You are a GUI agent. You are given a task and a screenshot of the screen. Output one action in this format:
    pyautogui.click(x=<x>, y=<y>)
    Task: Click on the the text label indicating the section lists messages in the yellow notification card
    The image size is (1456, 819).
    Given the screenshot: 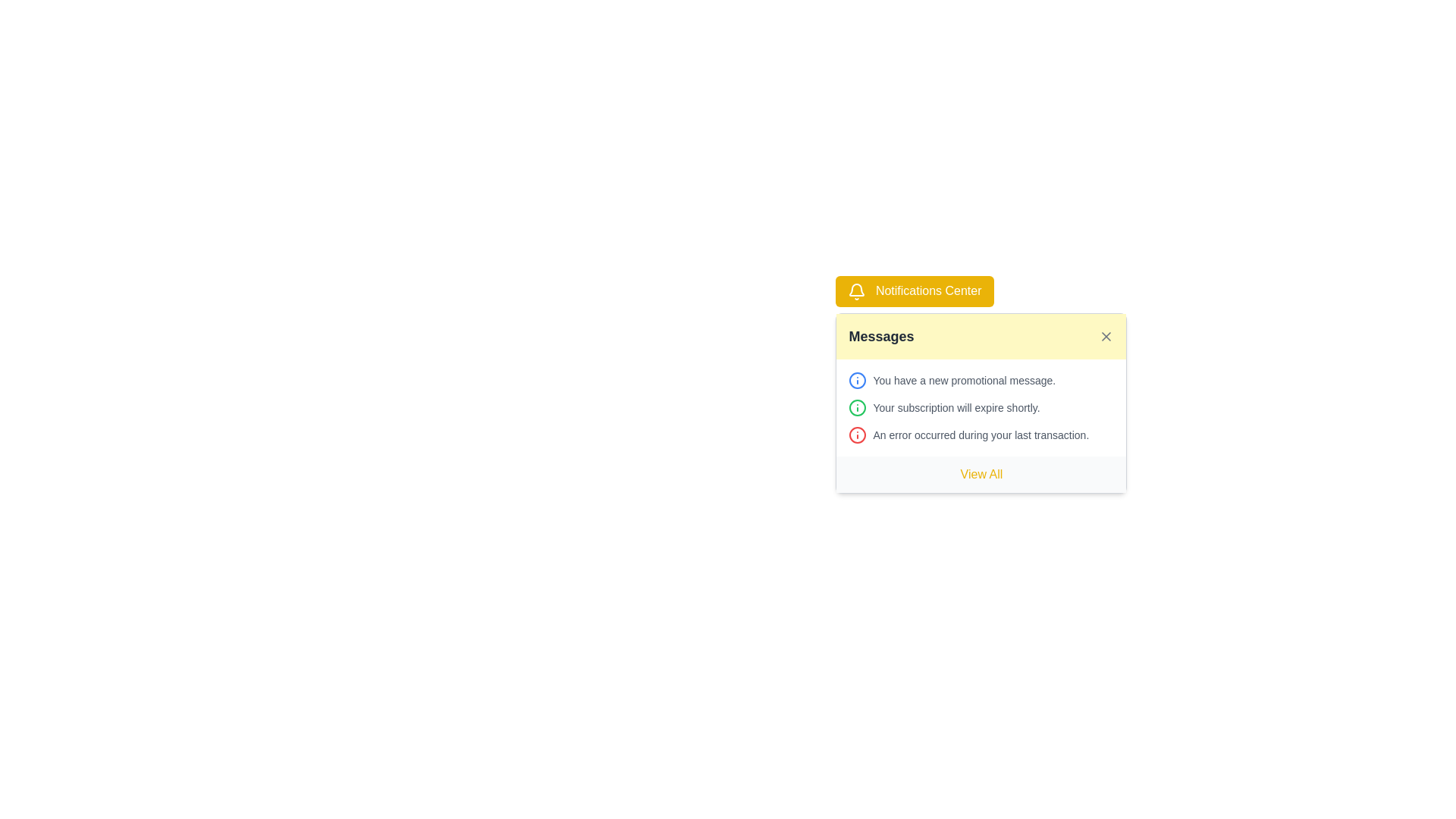 What is the action you would take?
    pyautogui.click(x=881, y=335)
    